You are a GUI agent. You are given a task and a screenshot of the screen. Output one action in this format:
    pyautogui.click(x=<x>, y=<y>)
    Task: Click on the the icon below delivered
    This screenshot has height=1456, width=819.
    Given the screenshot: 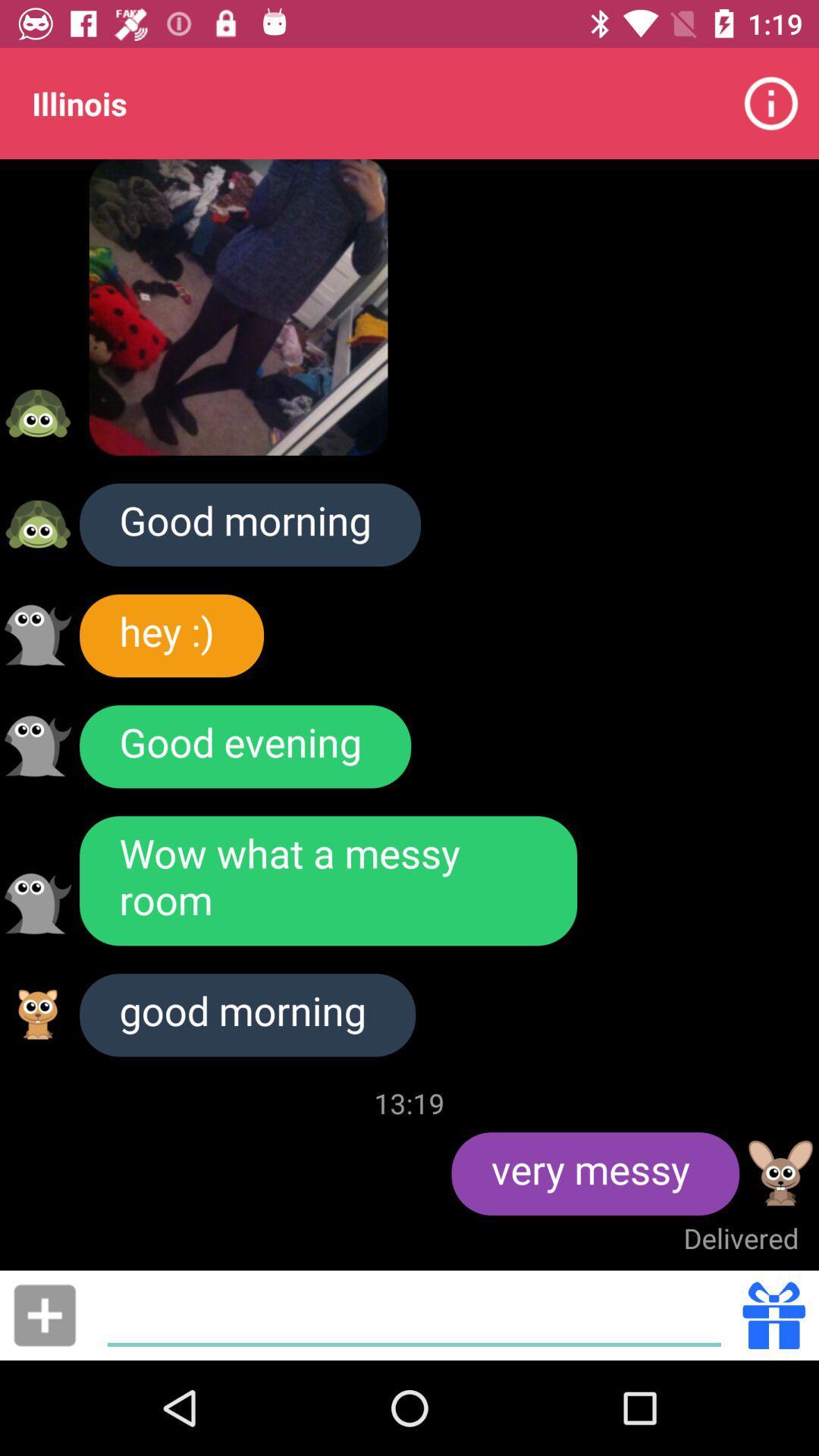 What is the action you would take?
    pyautogui.click(x=414, y=1314)
    